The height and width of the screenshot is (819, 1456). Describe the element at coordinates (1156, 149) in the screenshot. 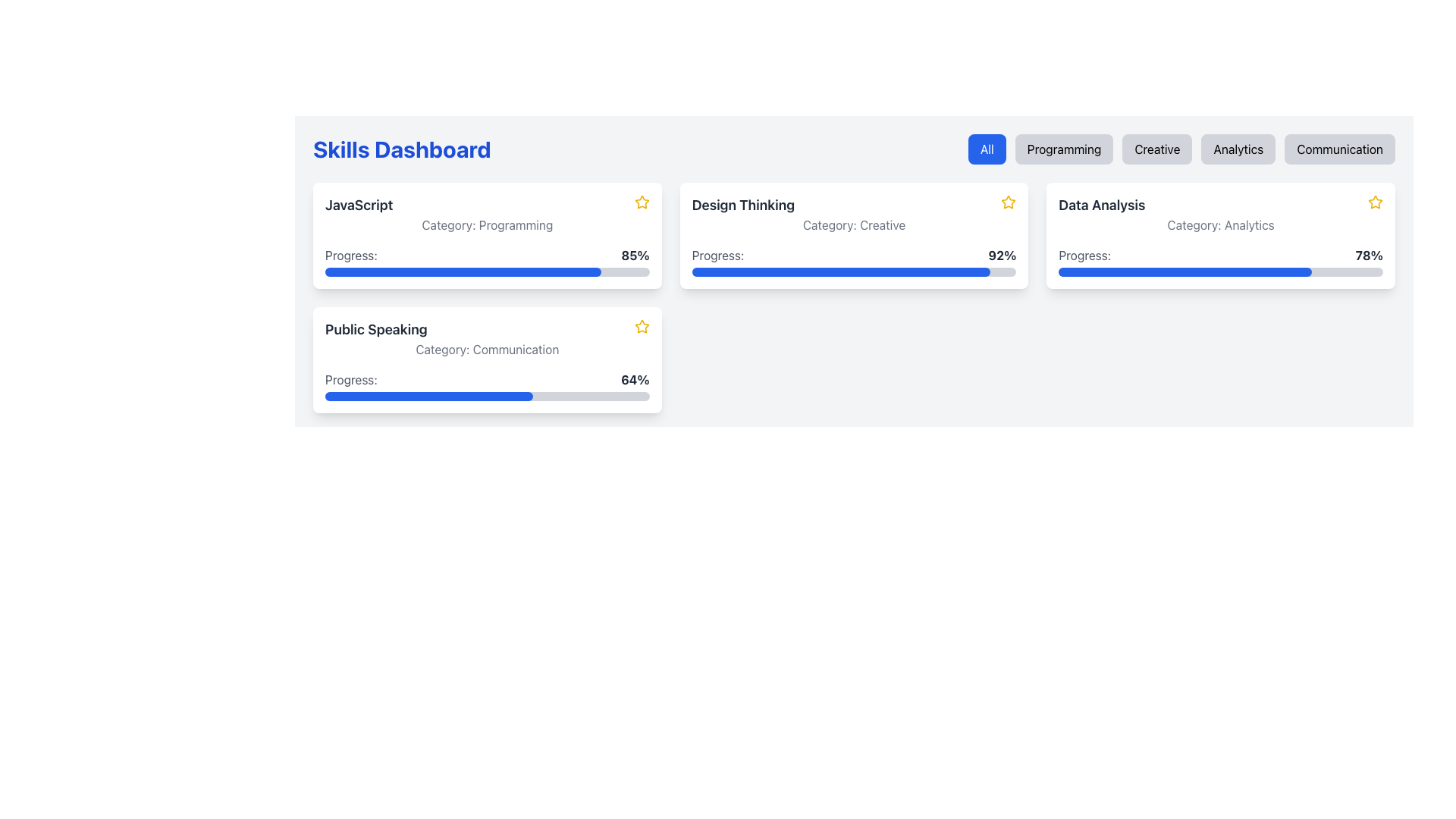

I see `the 'Creative' filter button, which is the third button in a horizontal group of five located in the top-right portion of the interface` at that location.